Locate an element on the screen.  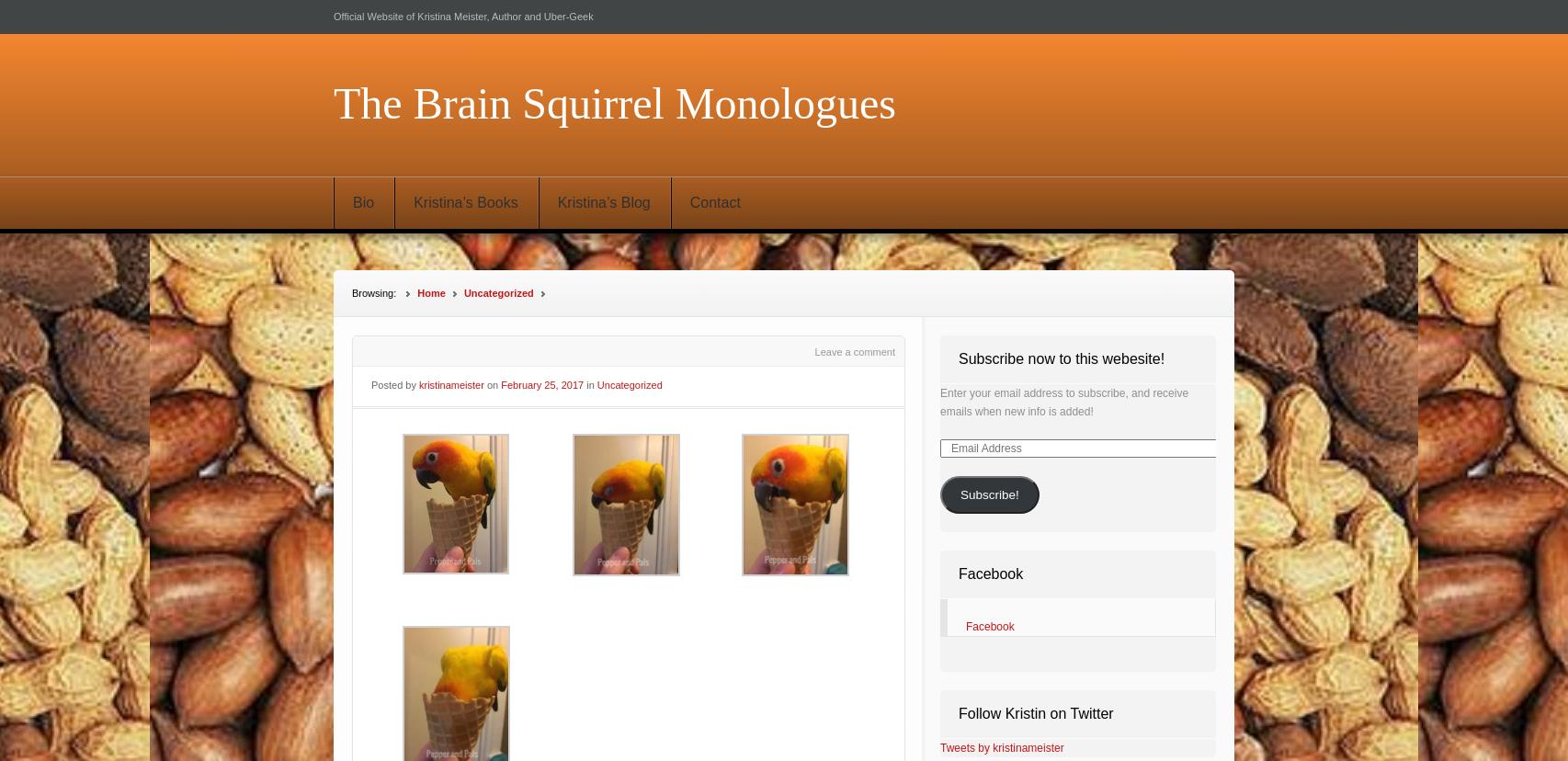
'Tweets by kristinameister' is located at coordinates (1001, 747).